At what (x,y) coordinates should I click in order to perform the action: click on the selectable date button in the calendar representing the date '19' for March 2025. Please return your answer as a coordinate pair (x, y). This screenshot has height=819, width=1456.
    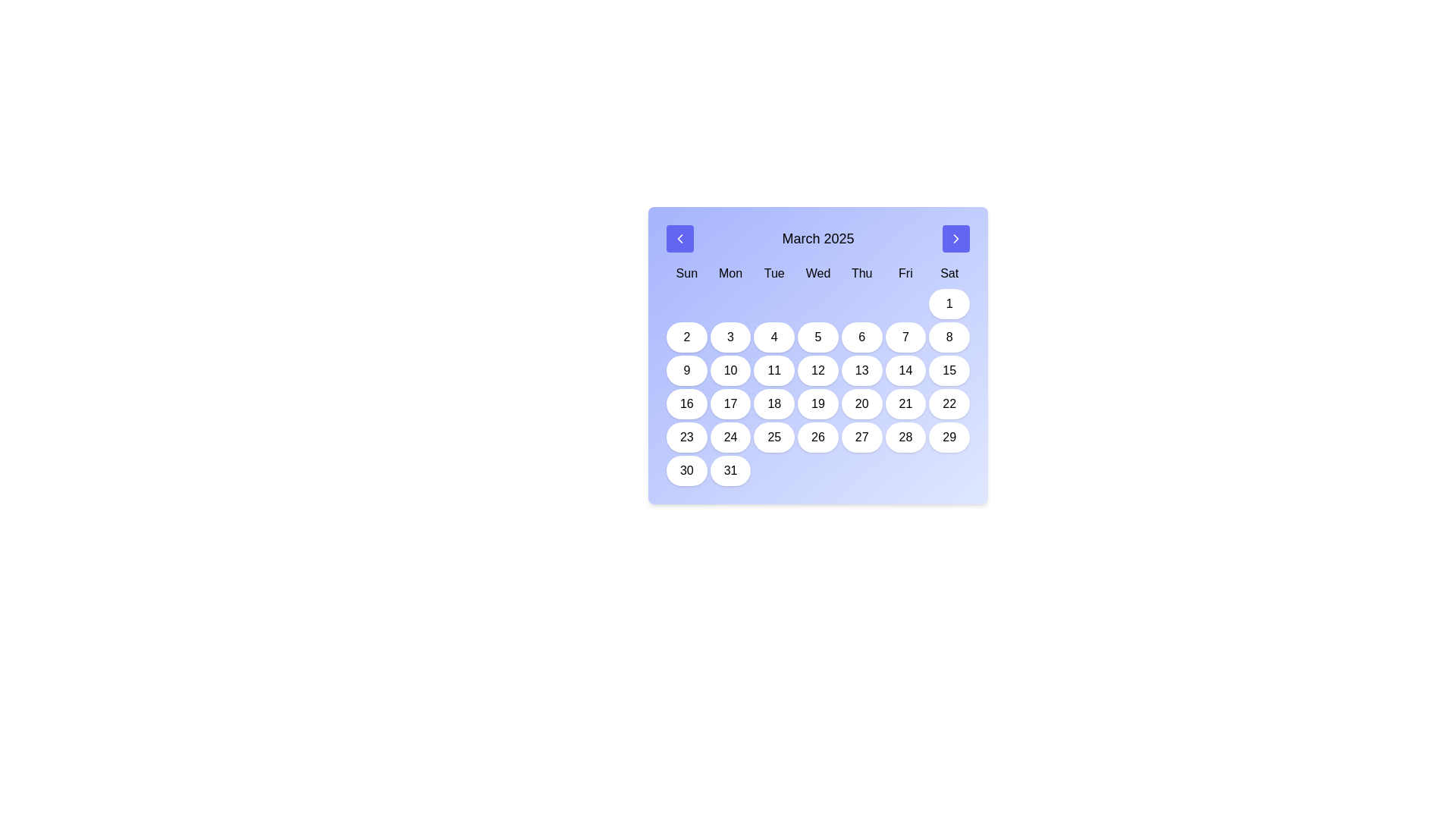
    Looking at the image, I should click on (817, 403).